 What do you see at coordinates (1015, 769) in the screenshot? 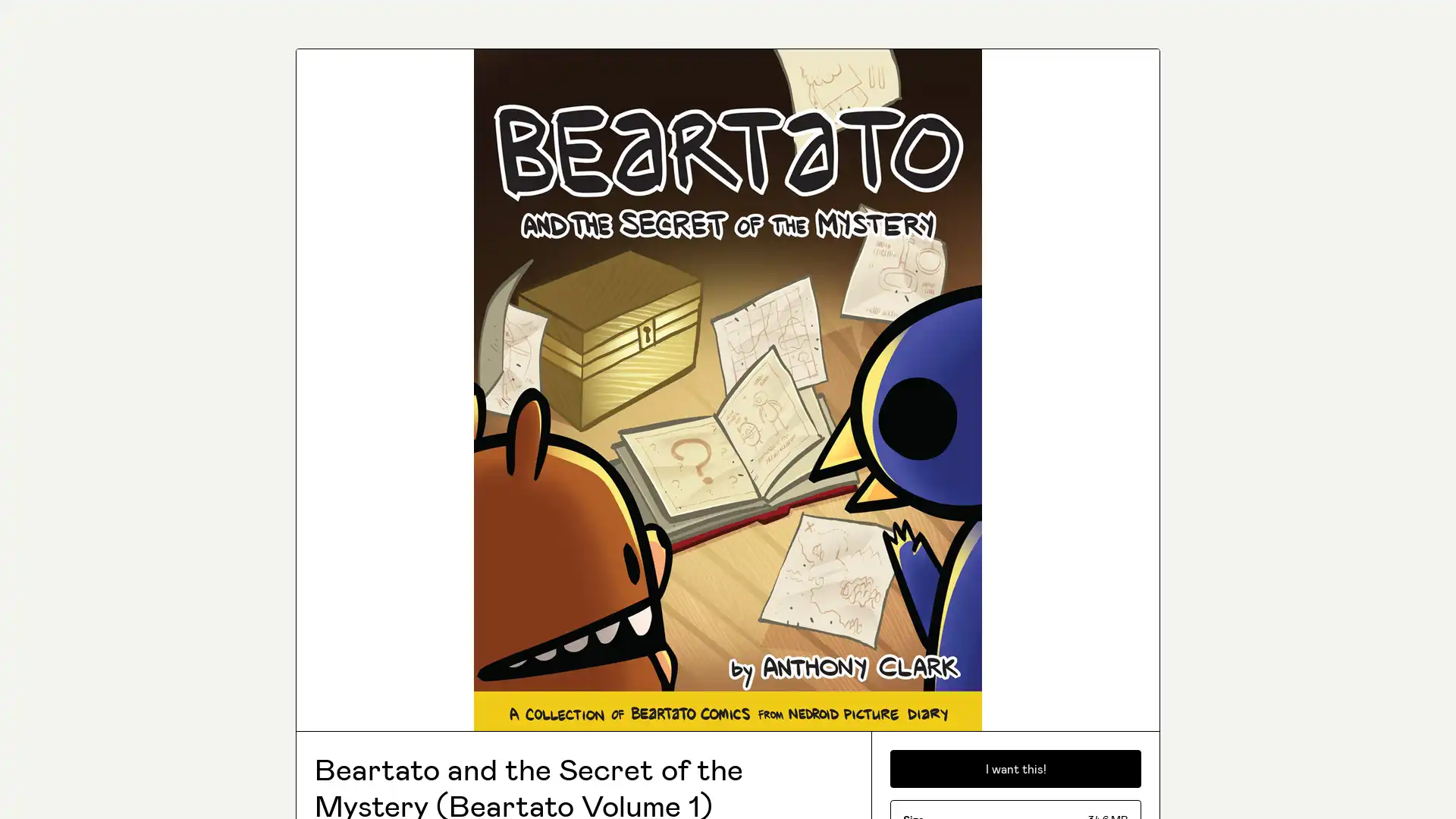
I see `I want this!` at bounding box center [1015, 769].